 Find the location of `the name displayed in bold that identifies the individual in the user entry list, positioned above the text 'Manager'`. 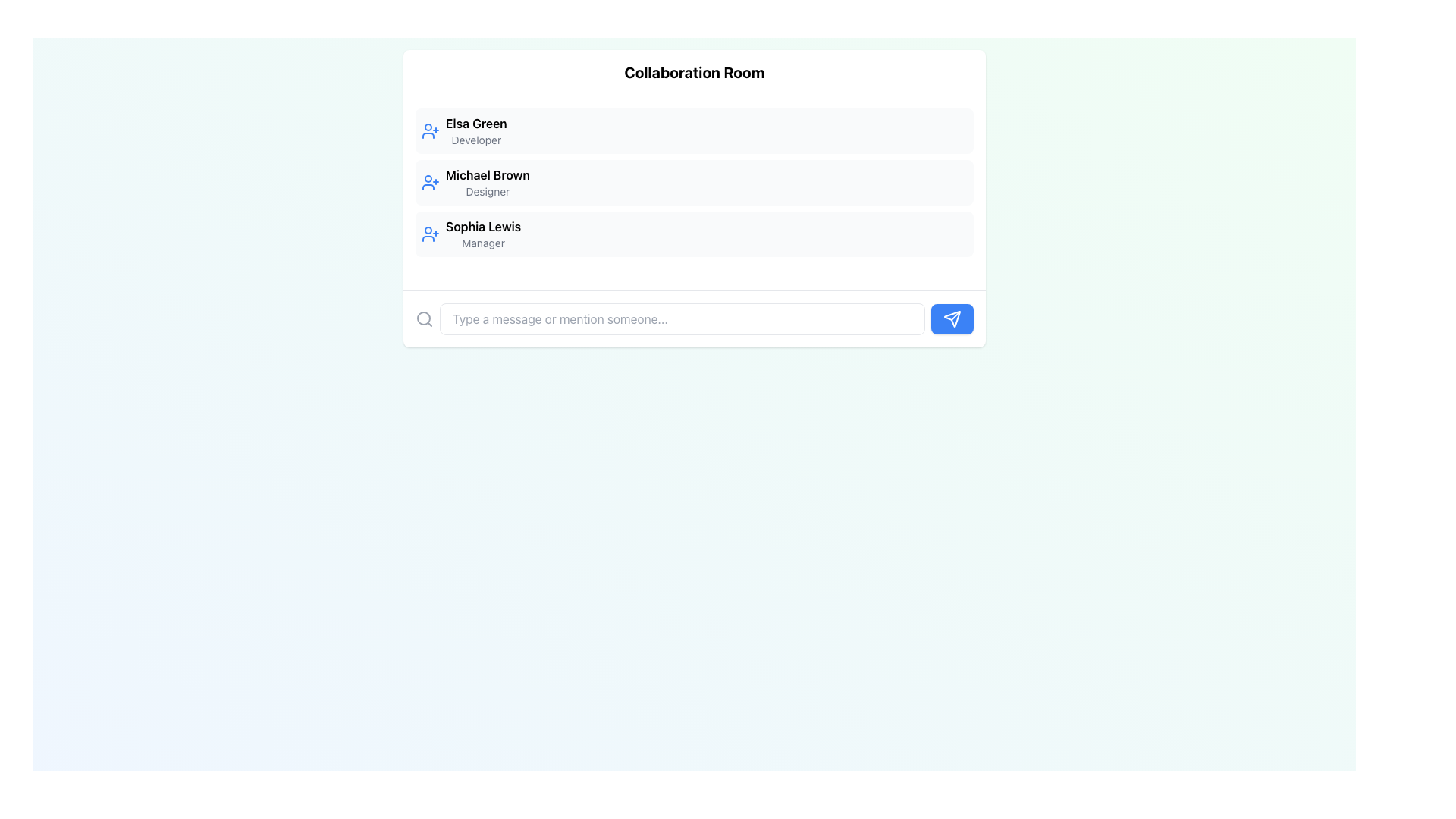

the name displayed in bold that identifies the individual in the user entry list, positioned above the text 'Manager' is located at coordinates (482, 227).